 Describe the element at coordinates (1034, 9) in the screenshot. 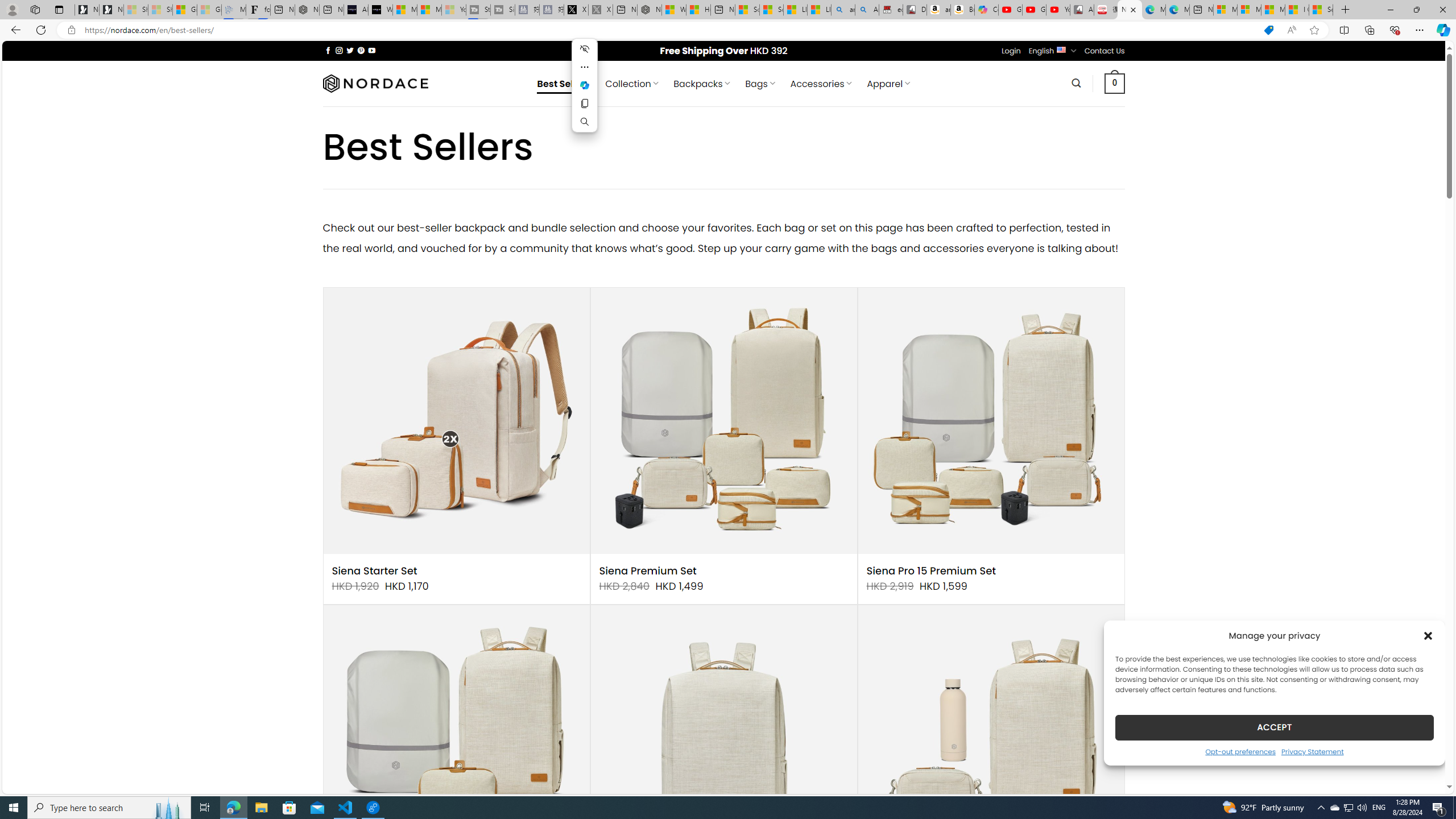

I see `'Gloom - YouTube'` at that location.